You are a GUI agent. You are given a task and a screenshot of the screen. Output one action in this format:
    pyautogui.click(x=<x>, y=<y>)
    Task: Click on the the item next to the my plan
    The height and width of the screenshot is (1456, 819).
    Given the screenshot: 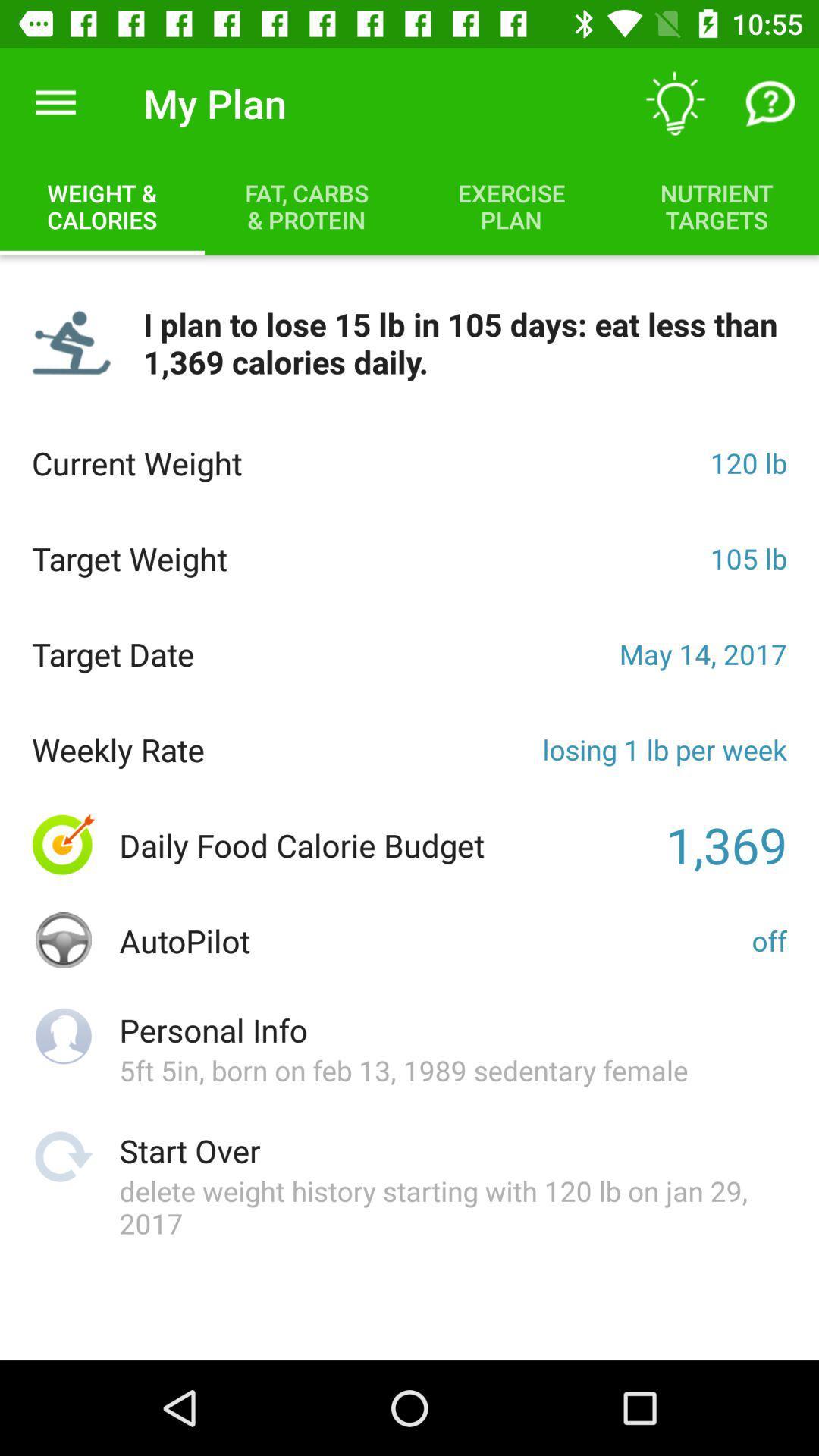 What is the action you would take?
    pyautogui.click(x=675, y=102)
    